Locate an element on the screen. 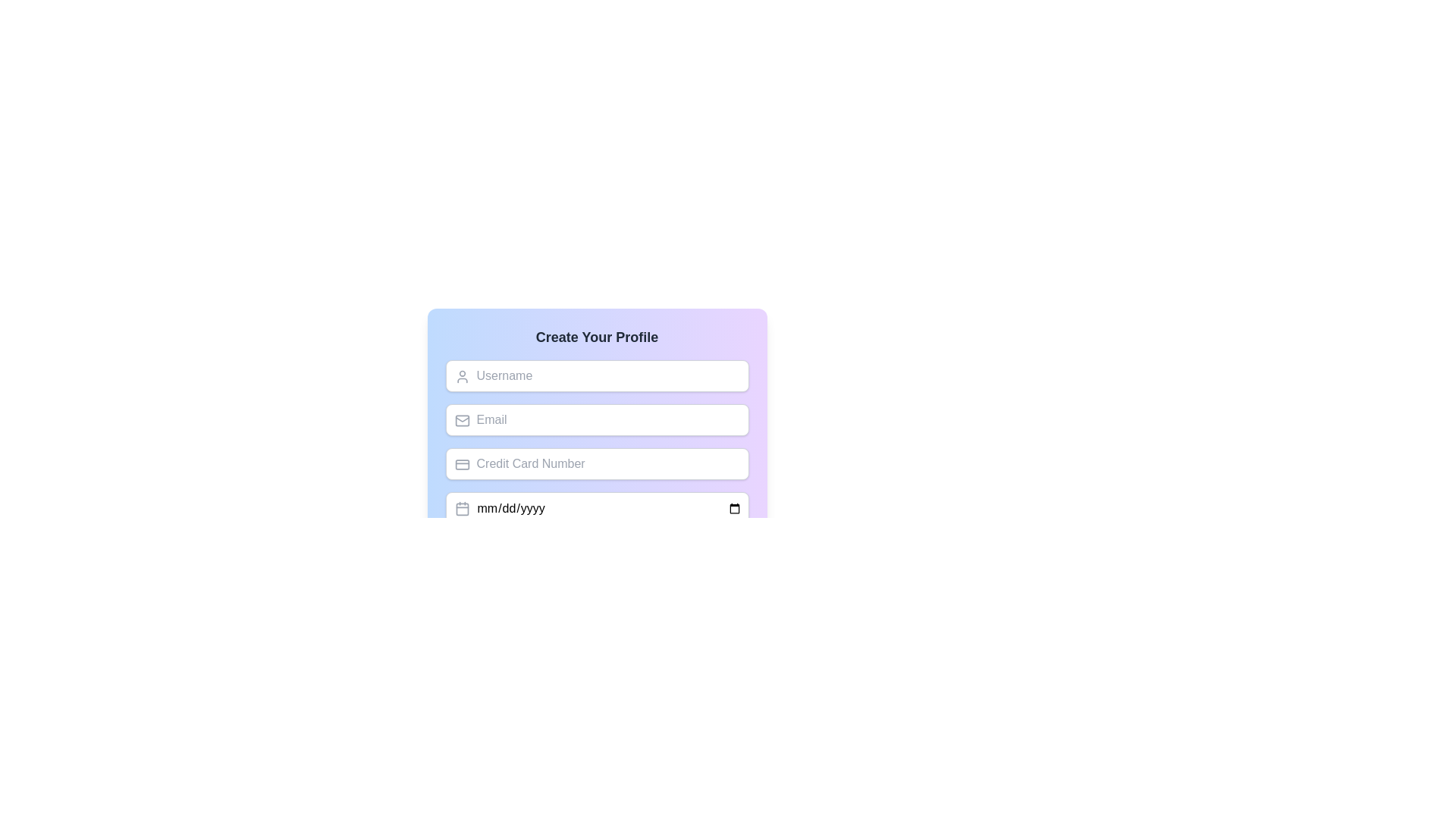 Image resolution: width=1456 pixels, height=819 pixels. the username indicator icon located on the left side of the 'Username' text input field, which signifies that the field is for entering a username is located at coordinates (461, 376).